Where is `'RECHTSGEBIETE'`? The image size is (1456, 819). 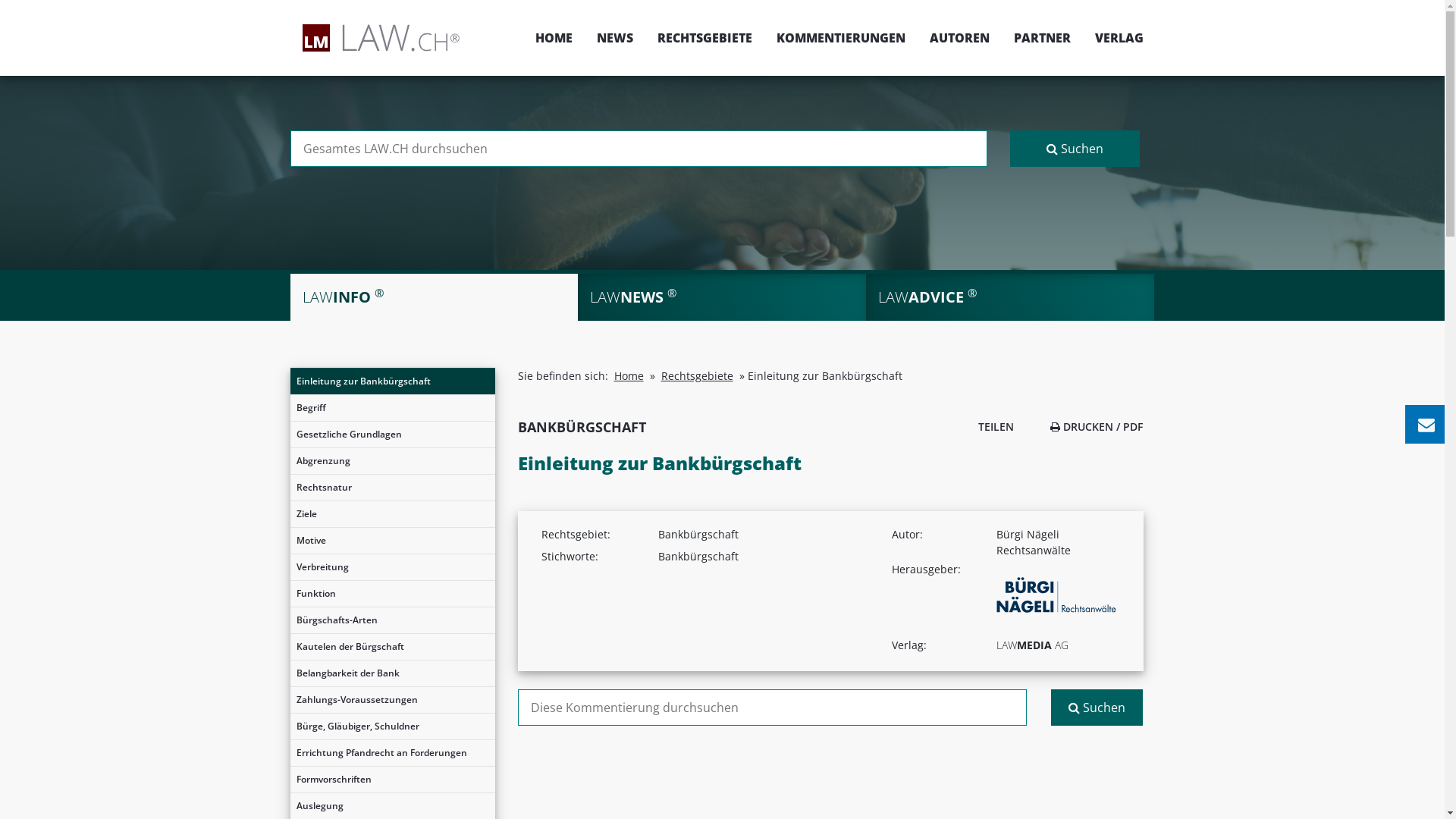 'RECHTSGEBIETE' is located at coordinates (703, 37).